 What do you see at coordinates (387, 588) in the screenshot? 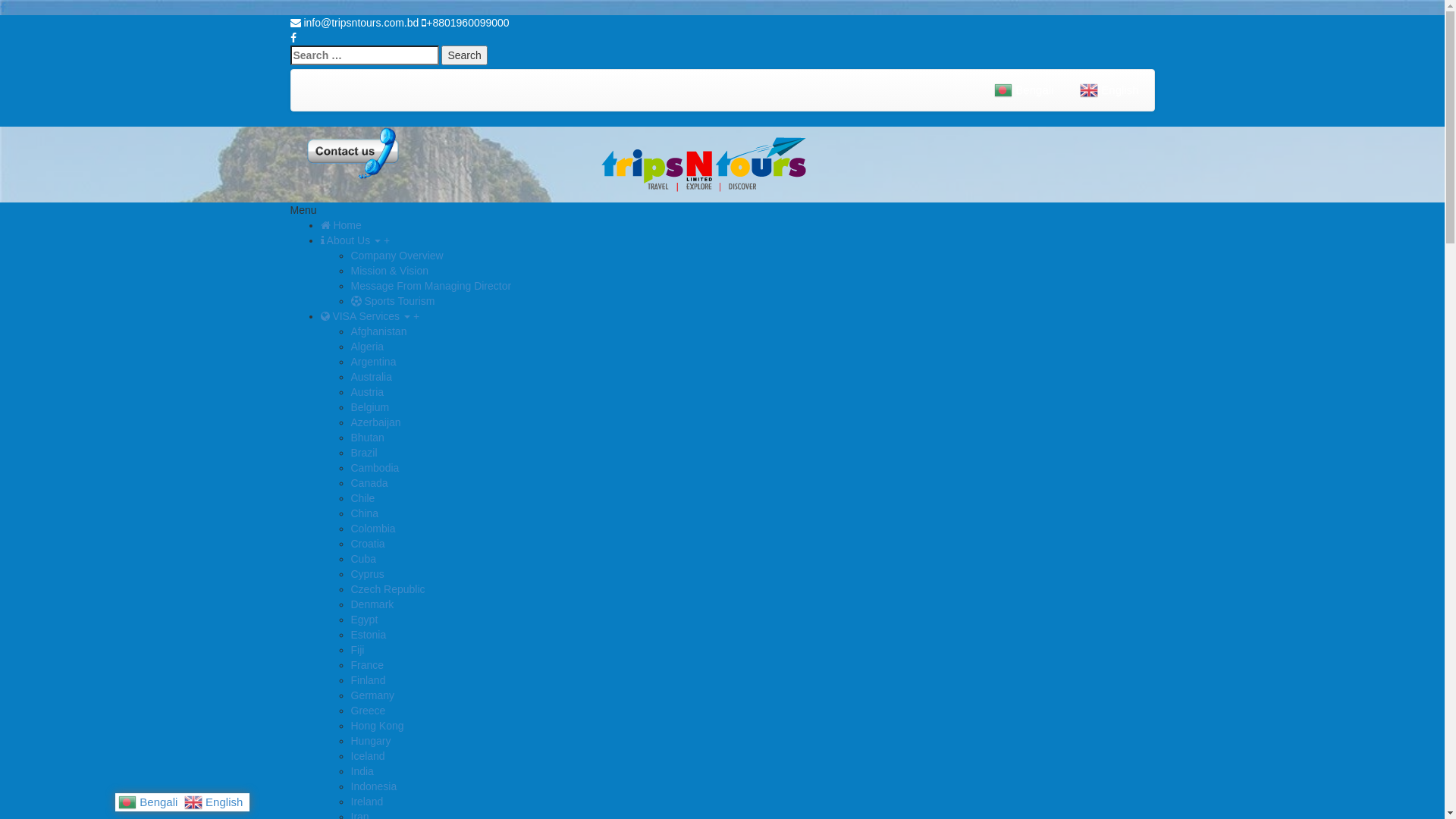
I see `'Czech Republic'` at bounding box center [387, 588].